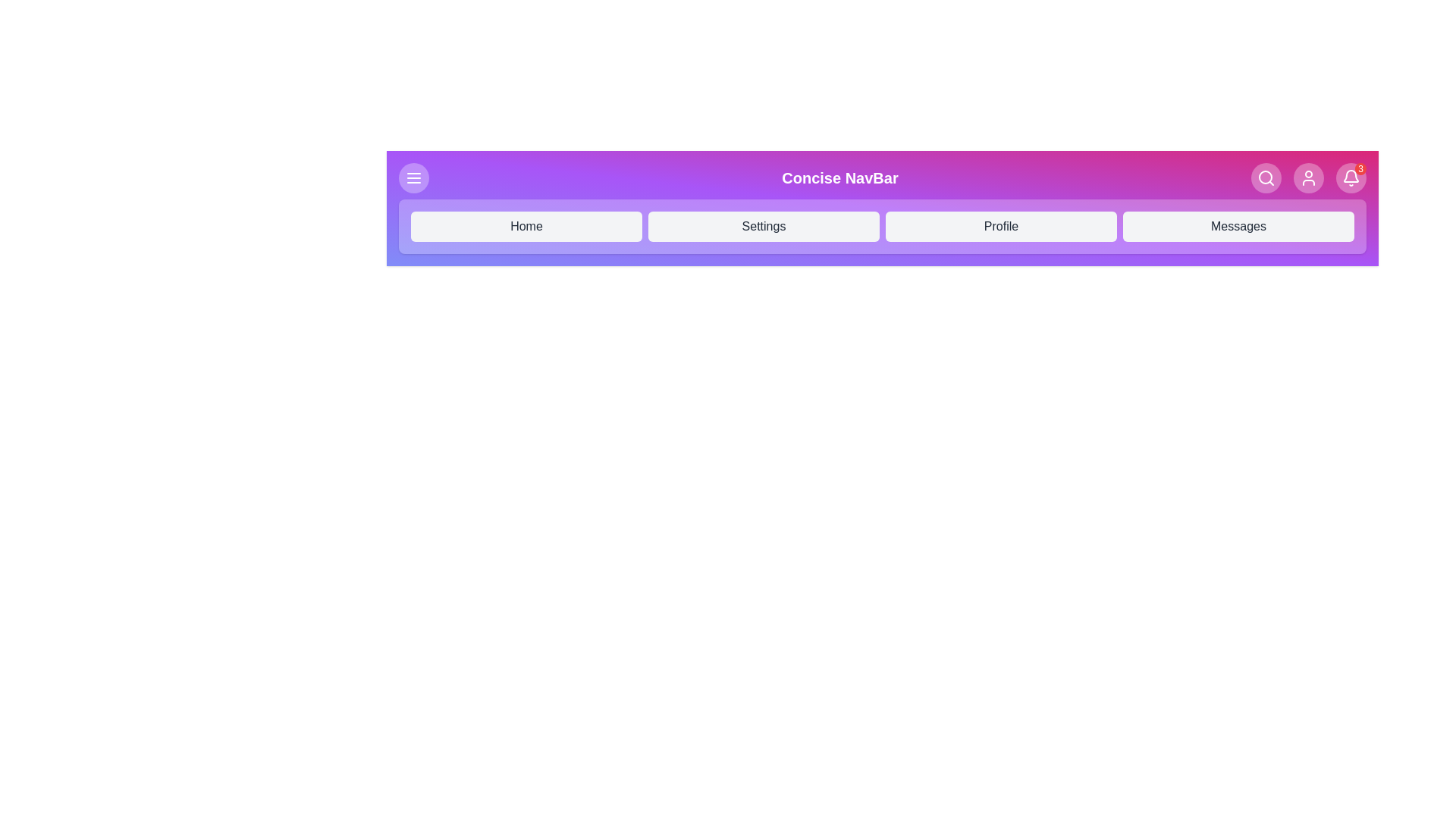 The image size is (1456, 819). What do you see at coordinates (1266, 177) in the screenshot?
I see `the search button to initiate the search functionality` at bounding box center [1266, 177].